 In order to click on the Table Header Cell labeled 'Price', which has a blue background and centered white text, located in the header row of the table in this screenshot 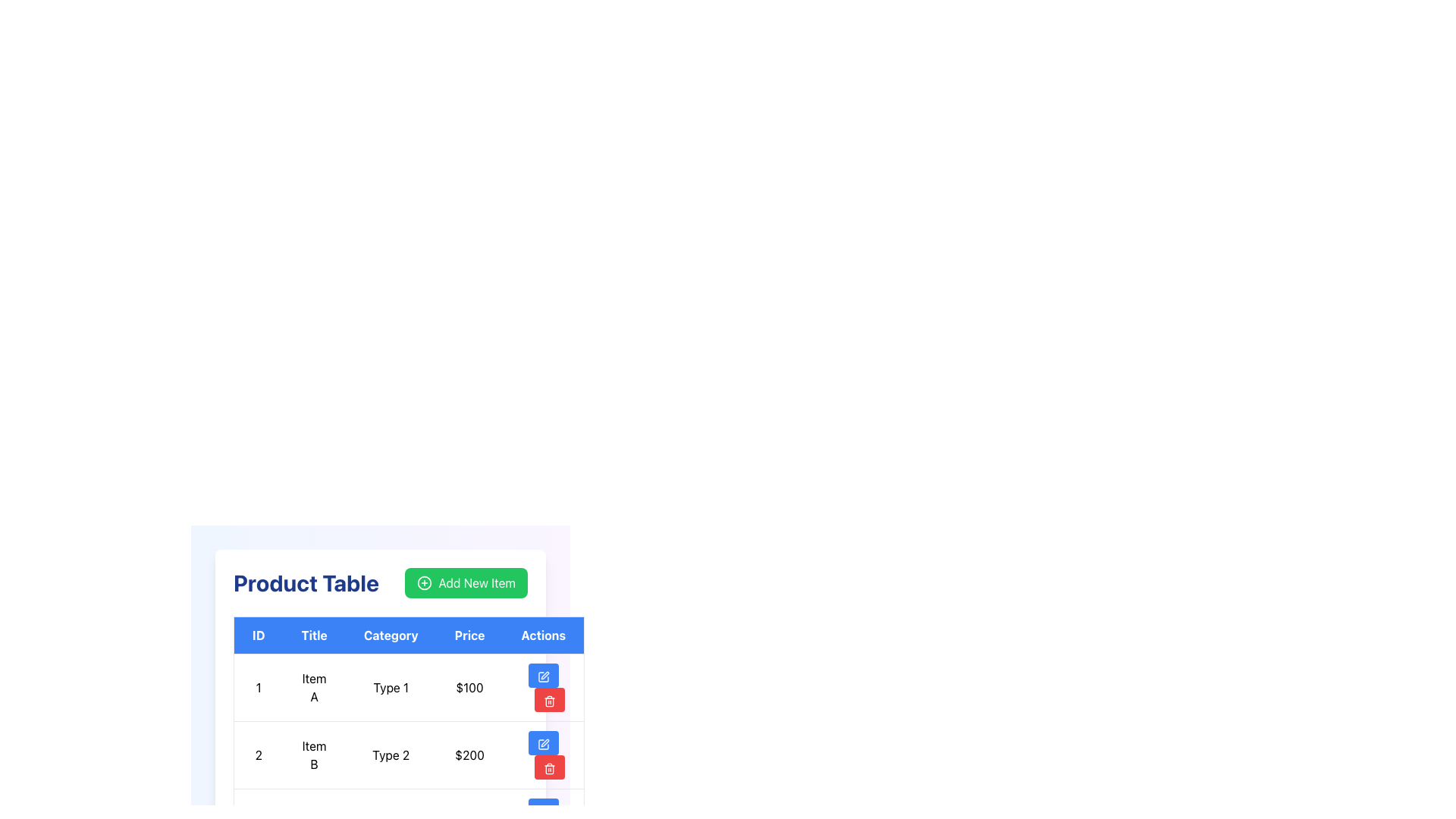, I will do `click(469, 635)`.